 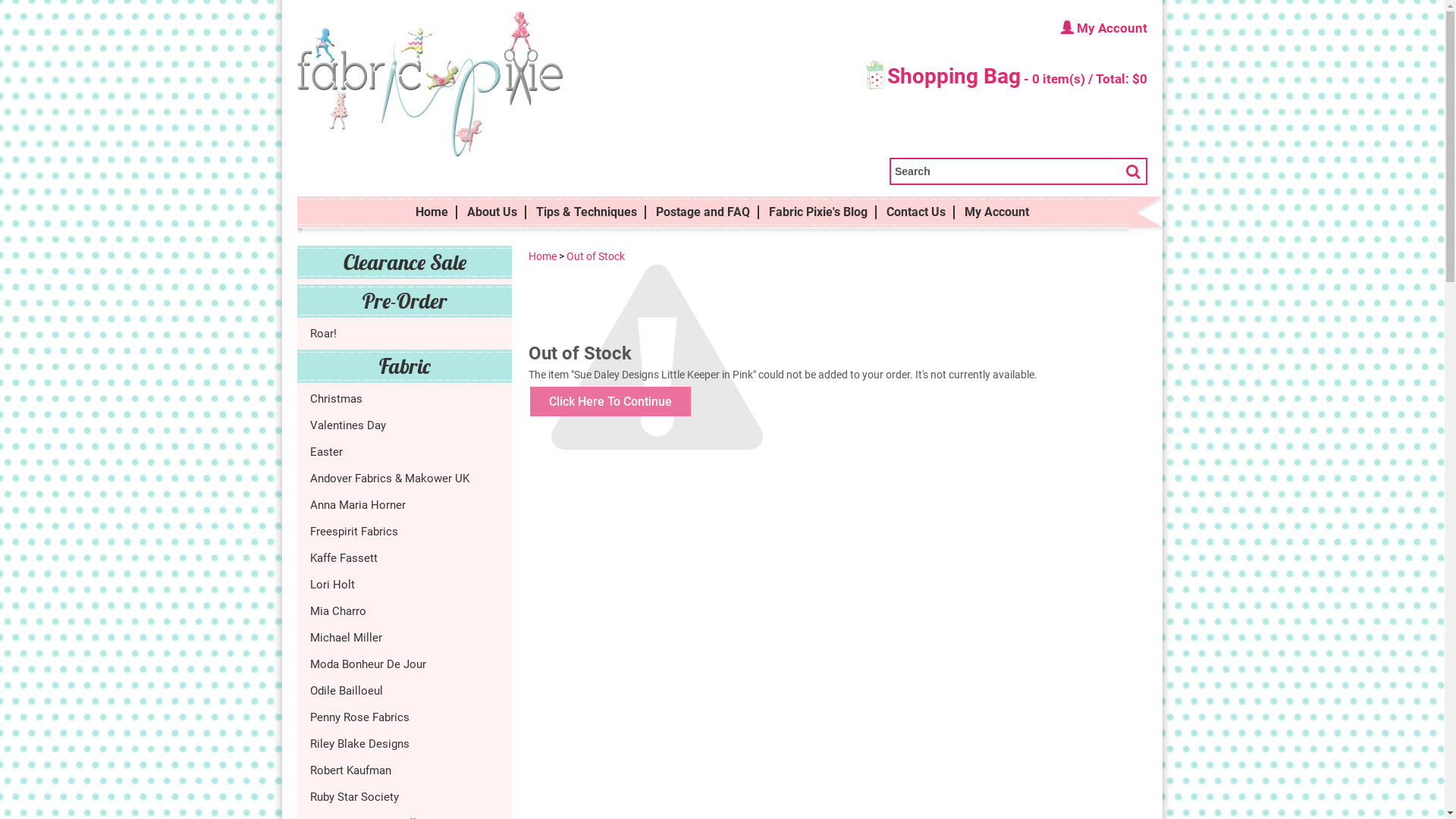 What do you see at coordinates (491, 212) in the screenshot?
I see `'About Us'` at bounding box center [491, 212].